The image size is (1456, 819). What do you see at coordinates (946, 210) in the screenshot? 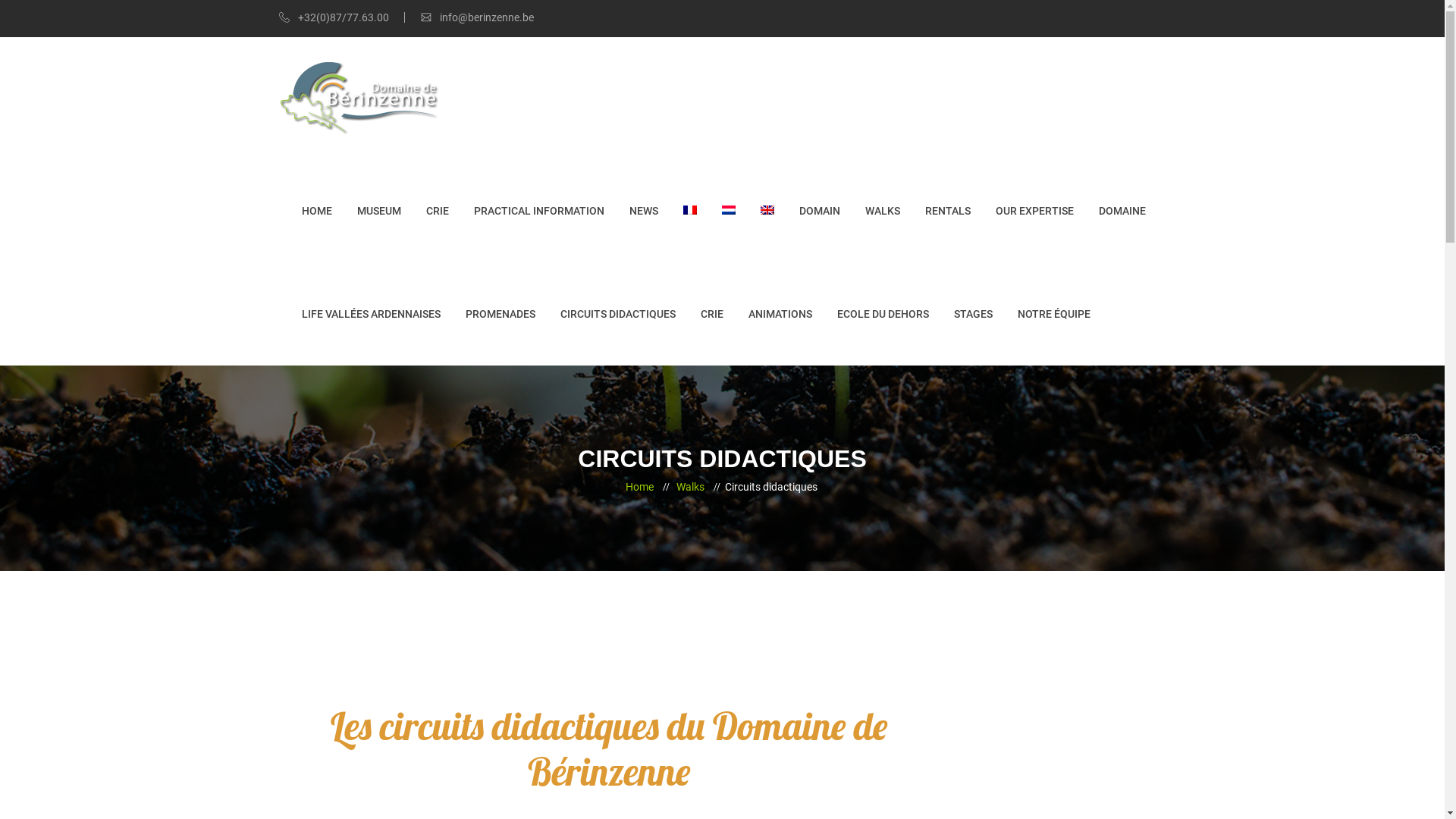
I see `'RENTALS'` at bounding box center [946, 210].